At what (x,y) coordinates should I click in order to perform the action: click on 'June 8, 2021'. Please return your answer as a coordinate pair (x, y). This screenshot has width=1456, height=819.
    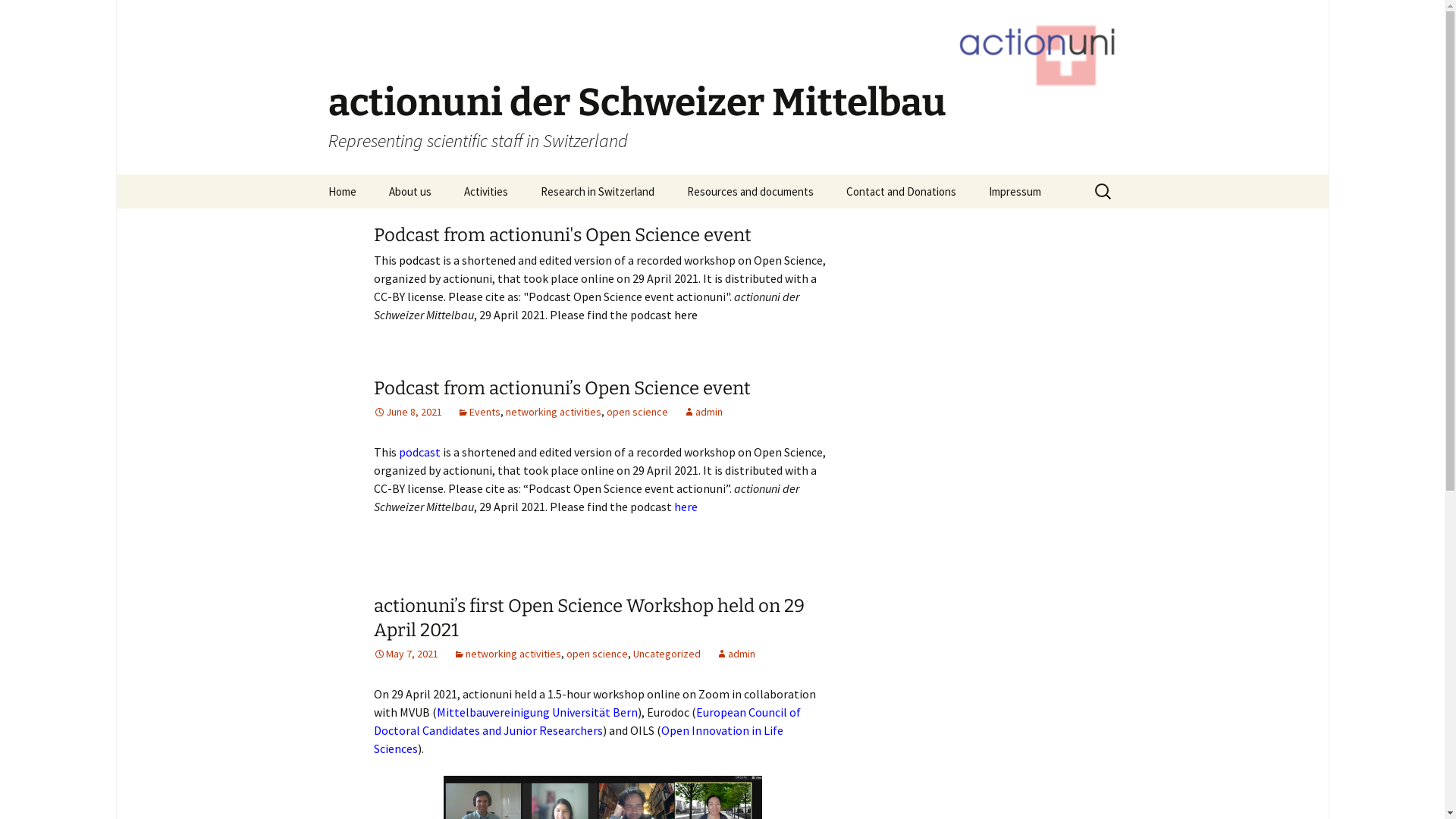
    Looking at the image, I should click on (372, 412).